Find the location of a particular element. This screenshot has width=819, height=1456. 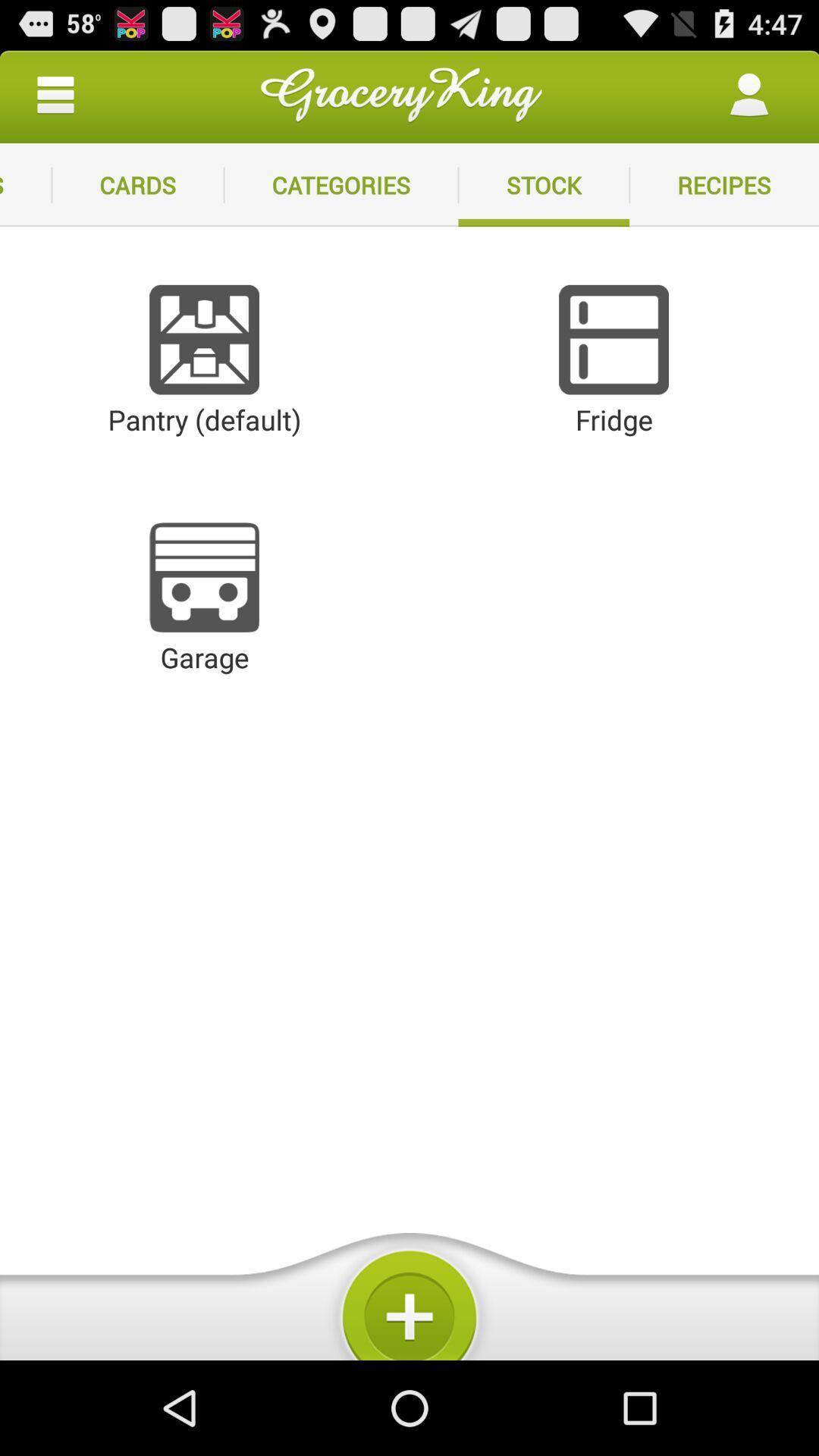

icon next to the recipes is located at coordinates (543, 184).